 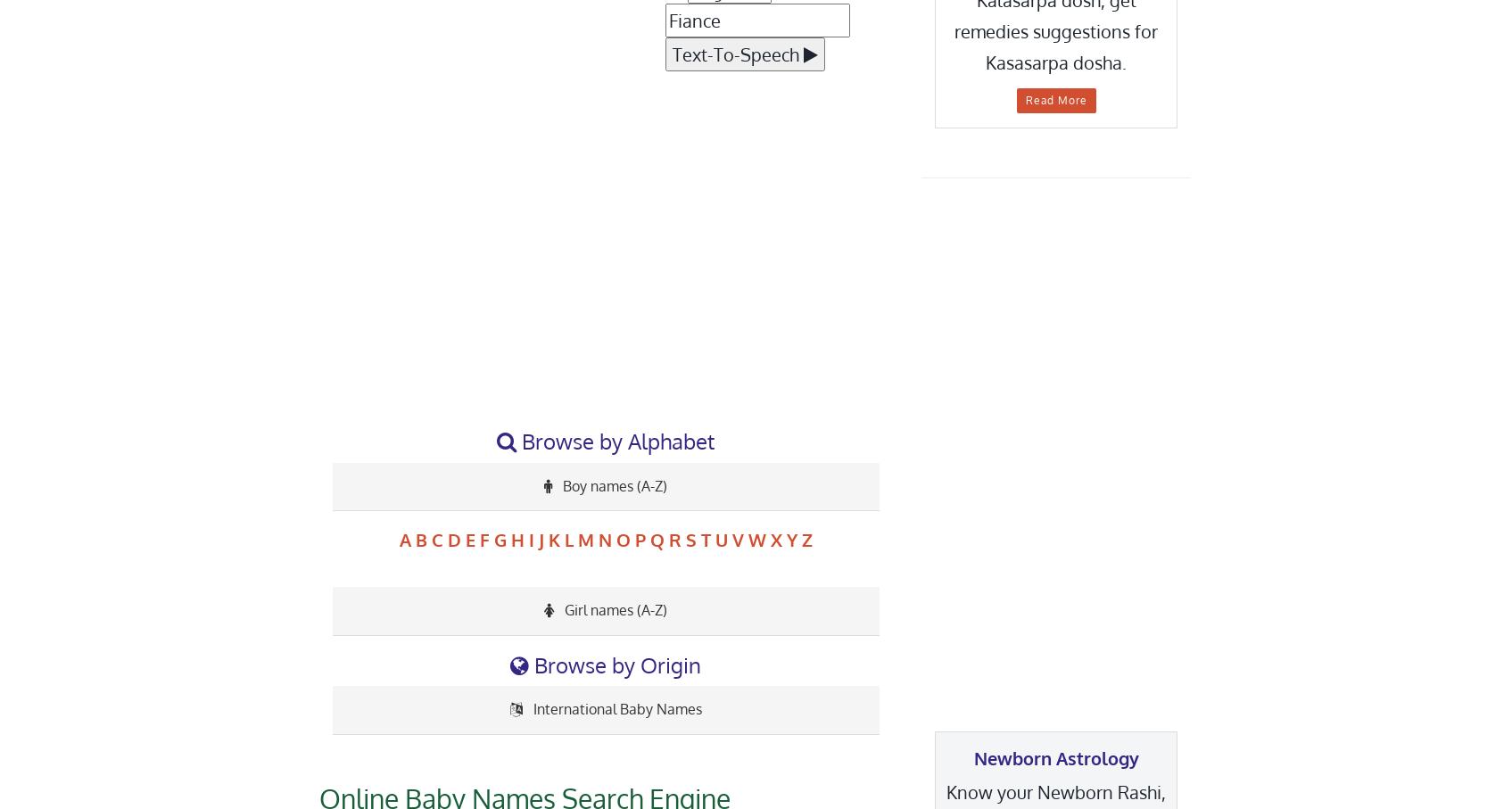 I want to click on 'Browse by Origin', so click(x=615, y=663).